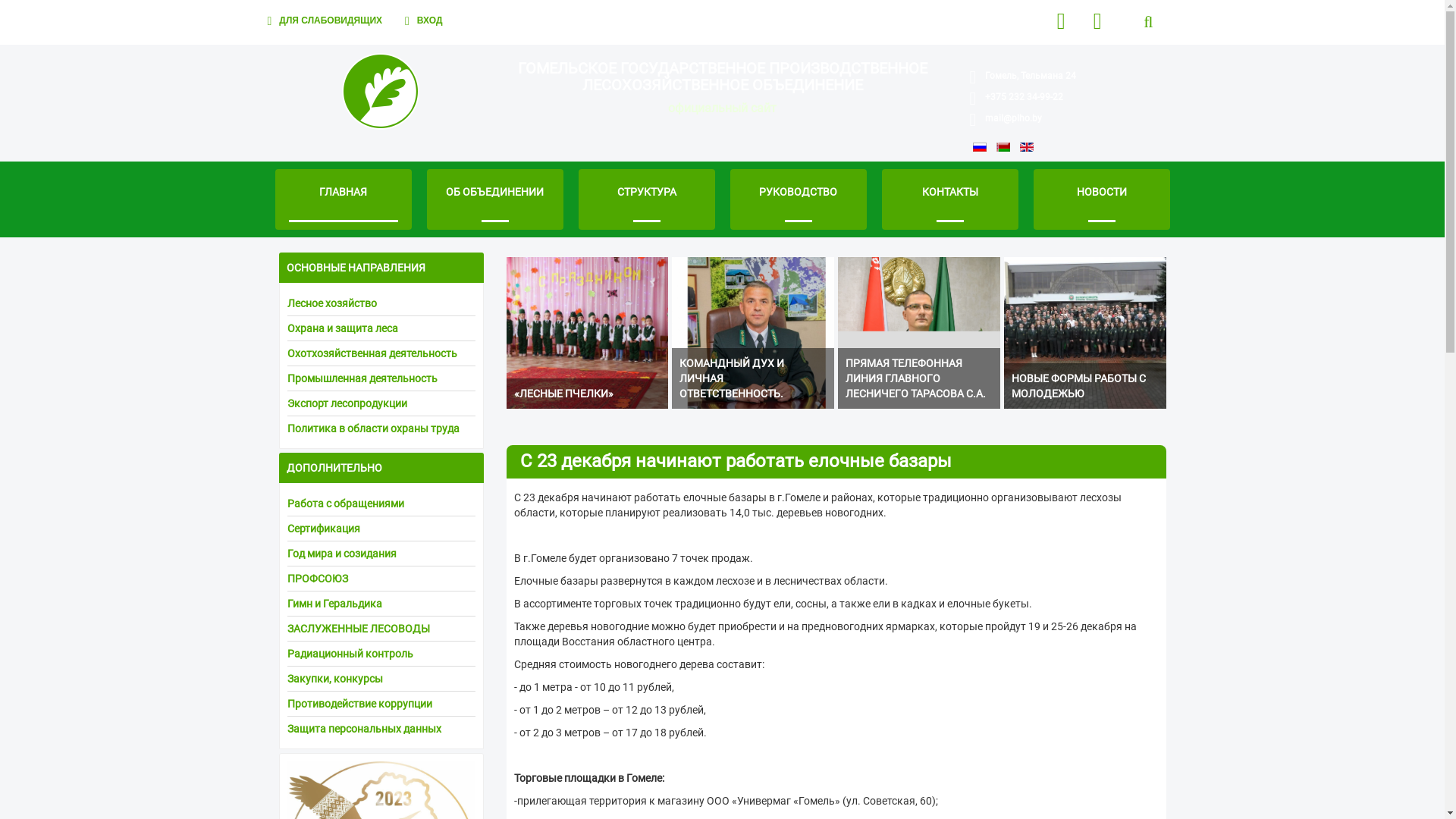  Describe the element at coordinates (1024, 96) in the screenshot. I see `'+375 232 34-99-22'` at that location.